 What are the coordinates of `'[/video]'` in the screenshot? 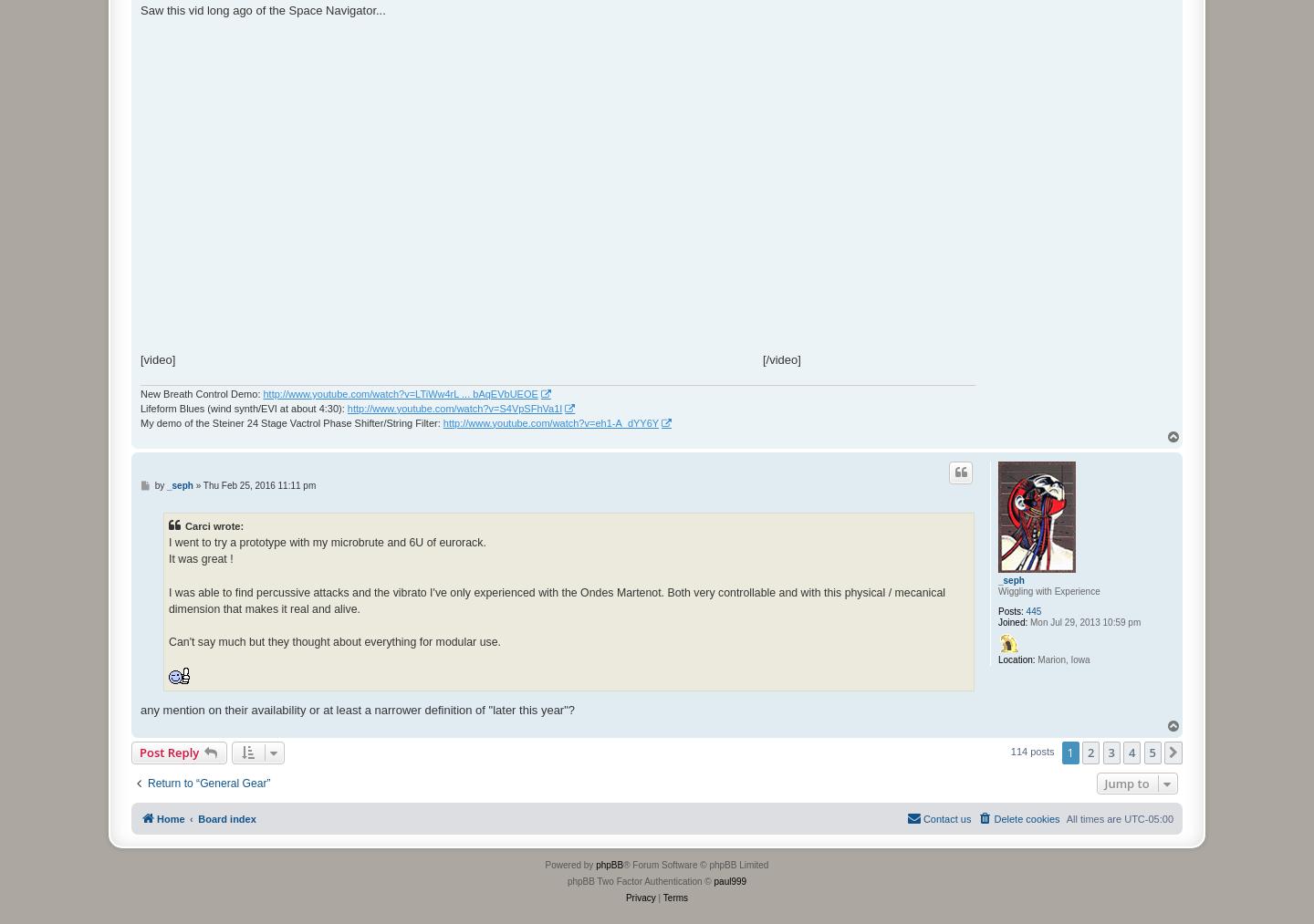 It's located at (778, 359).